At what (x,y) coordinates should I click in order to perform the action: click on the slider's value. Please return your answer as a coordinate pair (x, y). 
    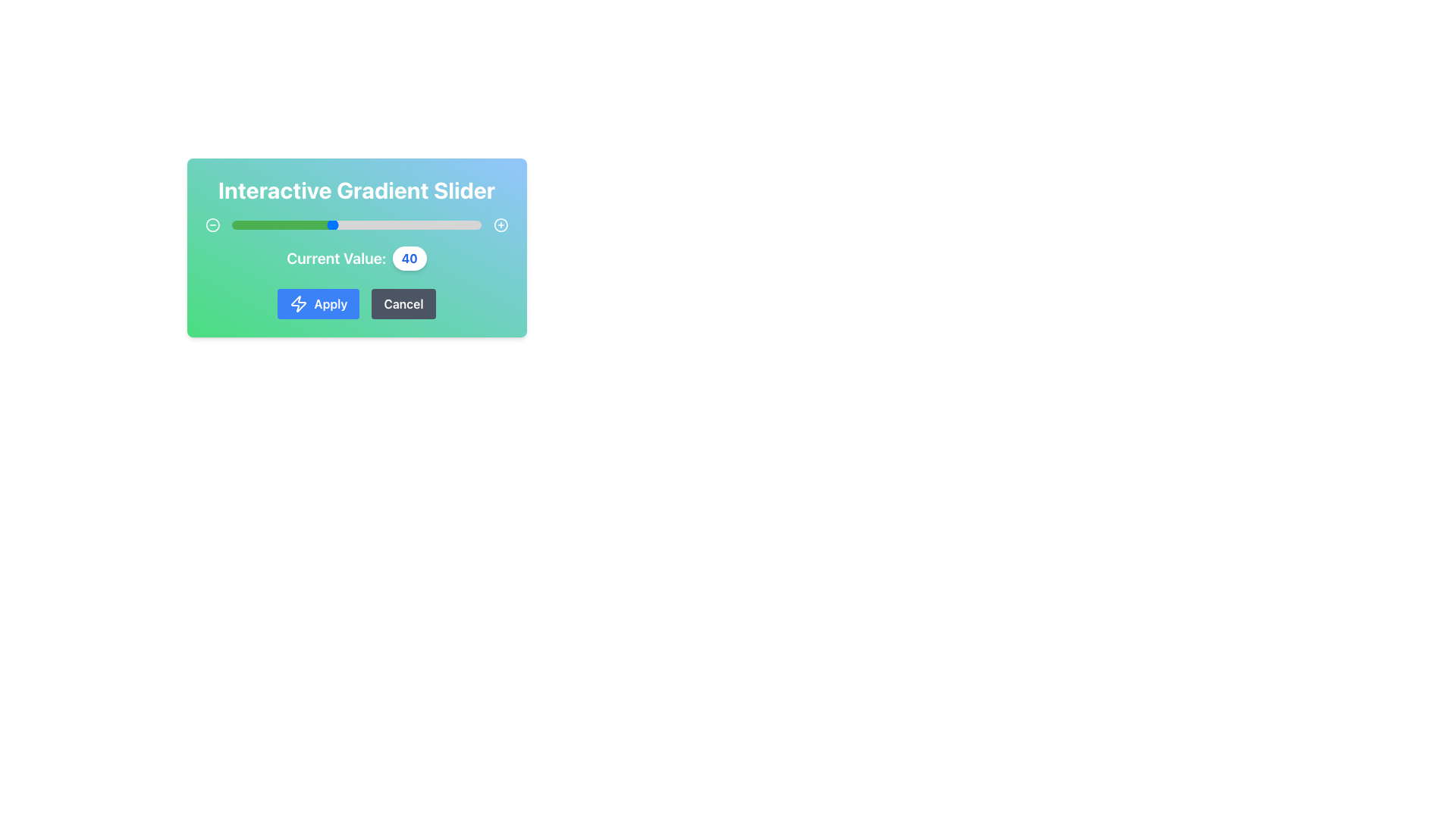
    Looking at the image, I should click on (252, 225).